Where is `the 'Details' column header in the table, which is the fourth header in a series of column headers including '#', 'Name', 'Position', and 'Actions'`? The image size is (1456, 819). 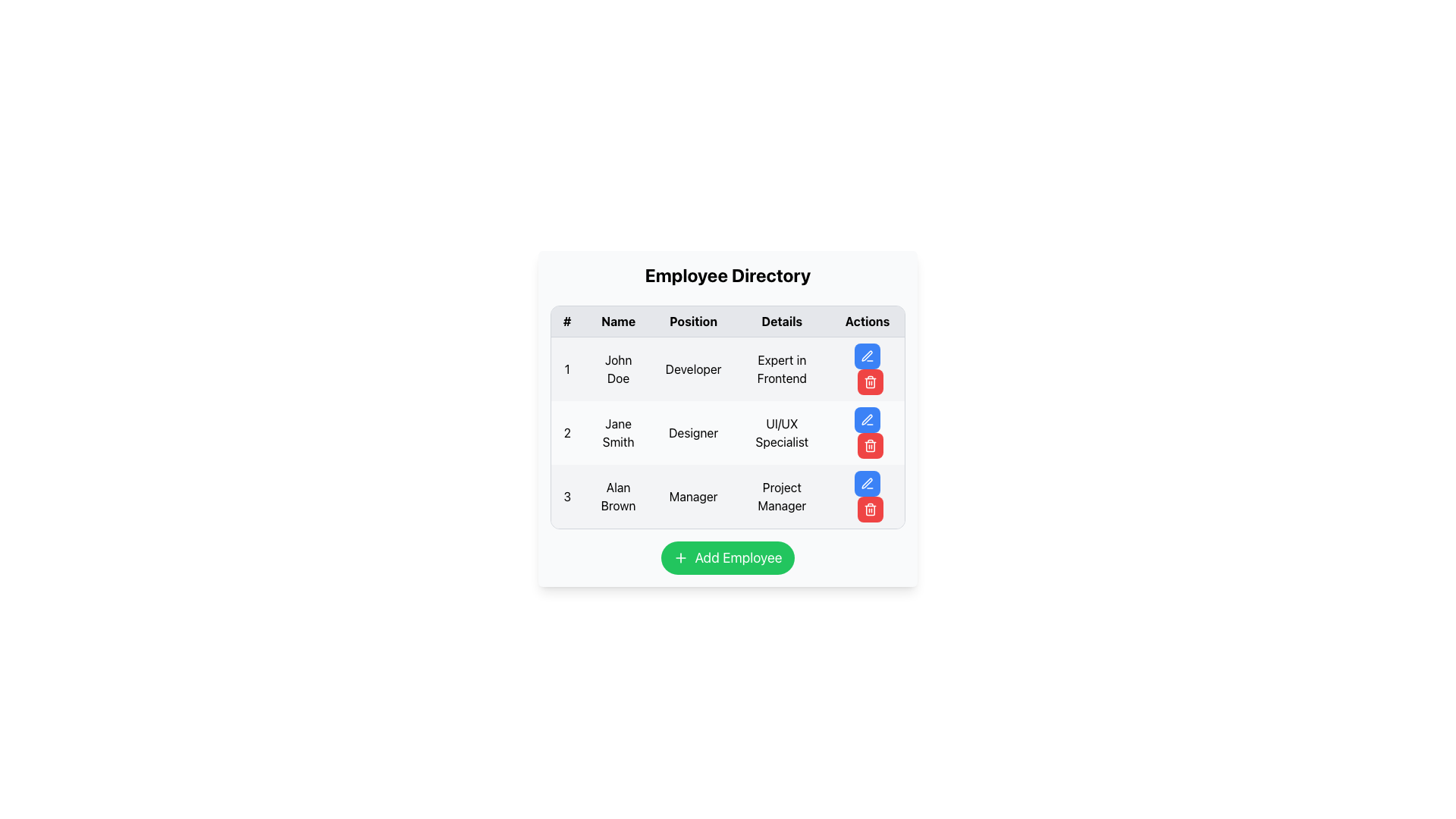
the 'Details' column header in the table, which is the fourth header in a series of column headers including '#', 'Name', 'Position', and 'Actions' is located at coordinates (782, 321).